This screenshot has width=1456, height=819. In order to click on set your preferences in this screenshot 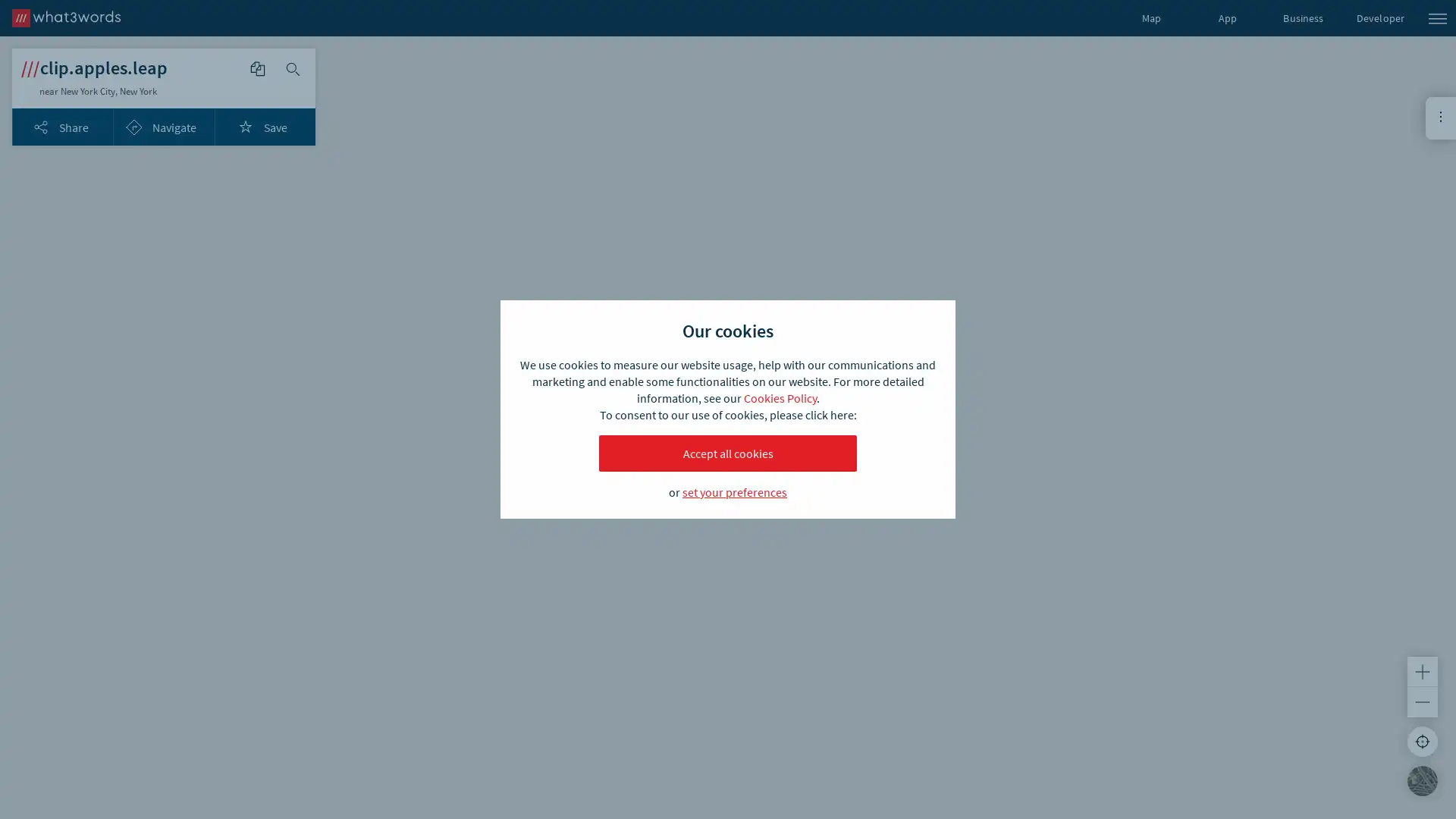, I will do `click(735, 491)`.